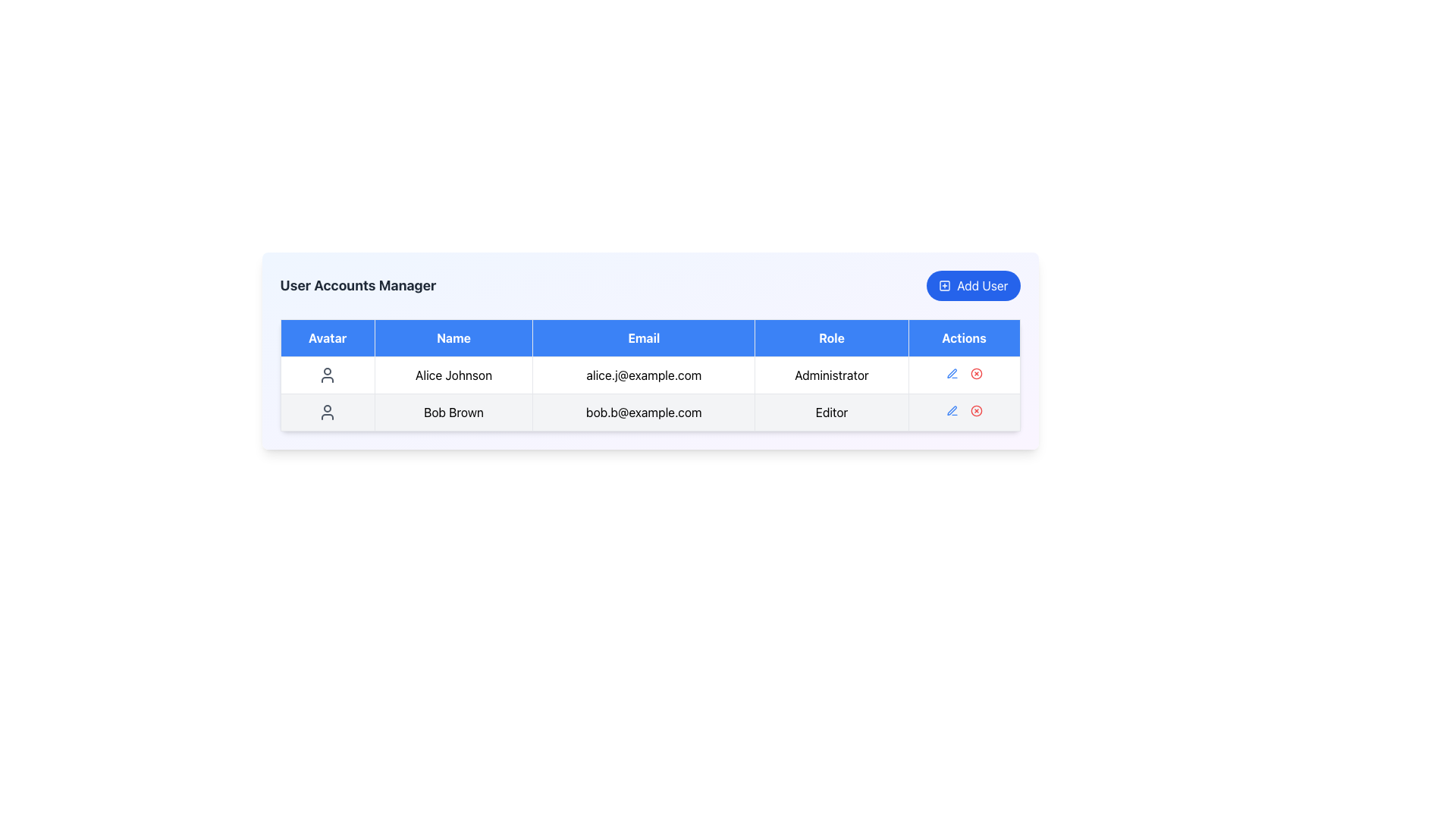 Image resolution: width=1456 pixels, height=819 pixels. What do you see at coordinates (951, 411) in the screenshot?
I see `the pen icon button in the 'Actions' column of the user management table` at bounding box center [951, 411].